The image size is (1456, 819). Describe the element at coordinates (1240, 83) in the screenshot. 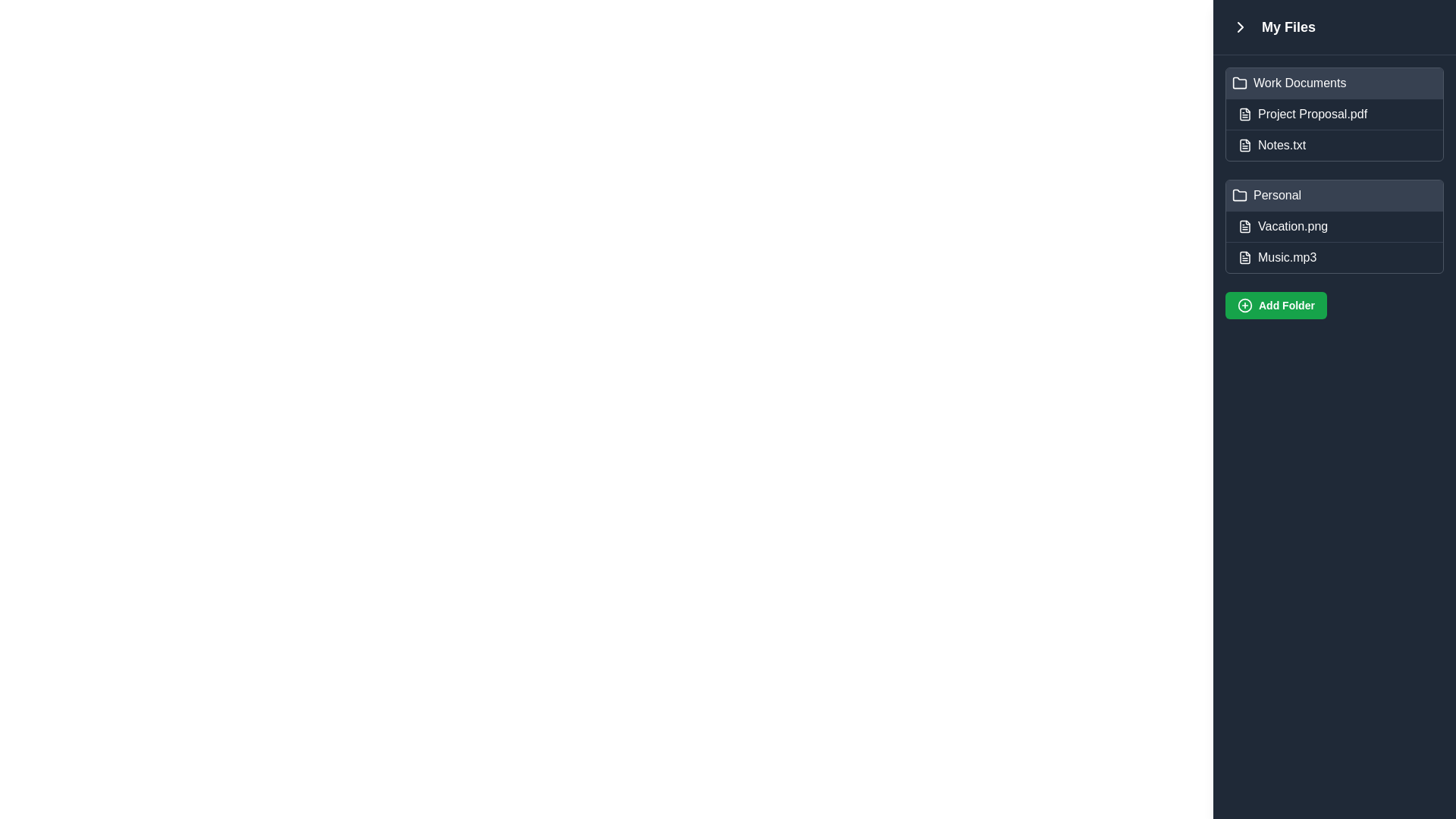

I see `the Folder icon, which is a simple outline-style icon representing a file directory, located within the 'Work Documents' section on the right sidebar` at that location.